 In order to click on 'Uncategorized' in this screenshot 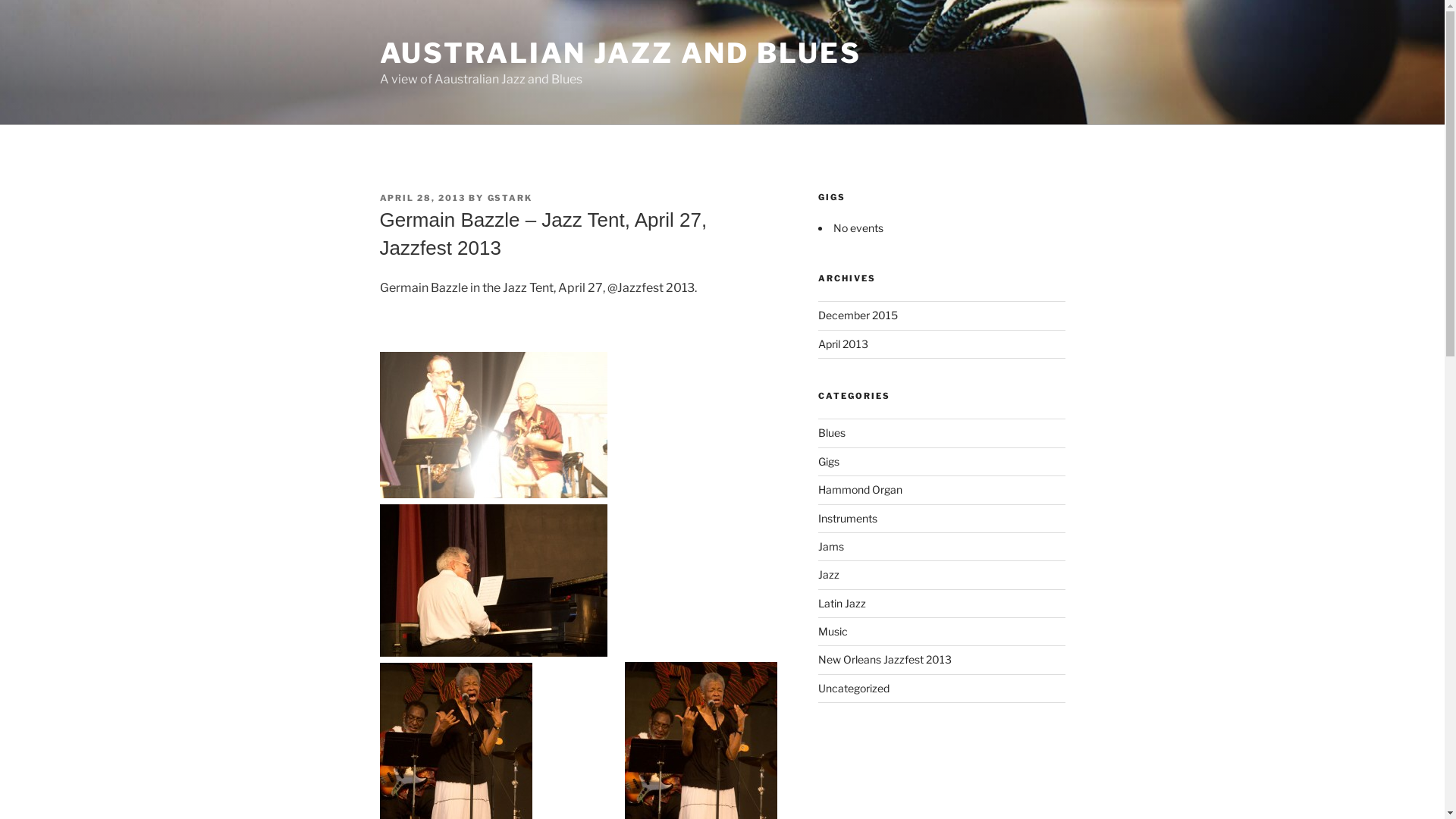, I will do `click(854, 688)`.